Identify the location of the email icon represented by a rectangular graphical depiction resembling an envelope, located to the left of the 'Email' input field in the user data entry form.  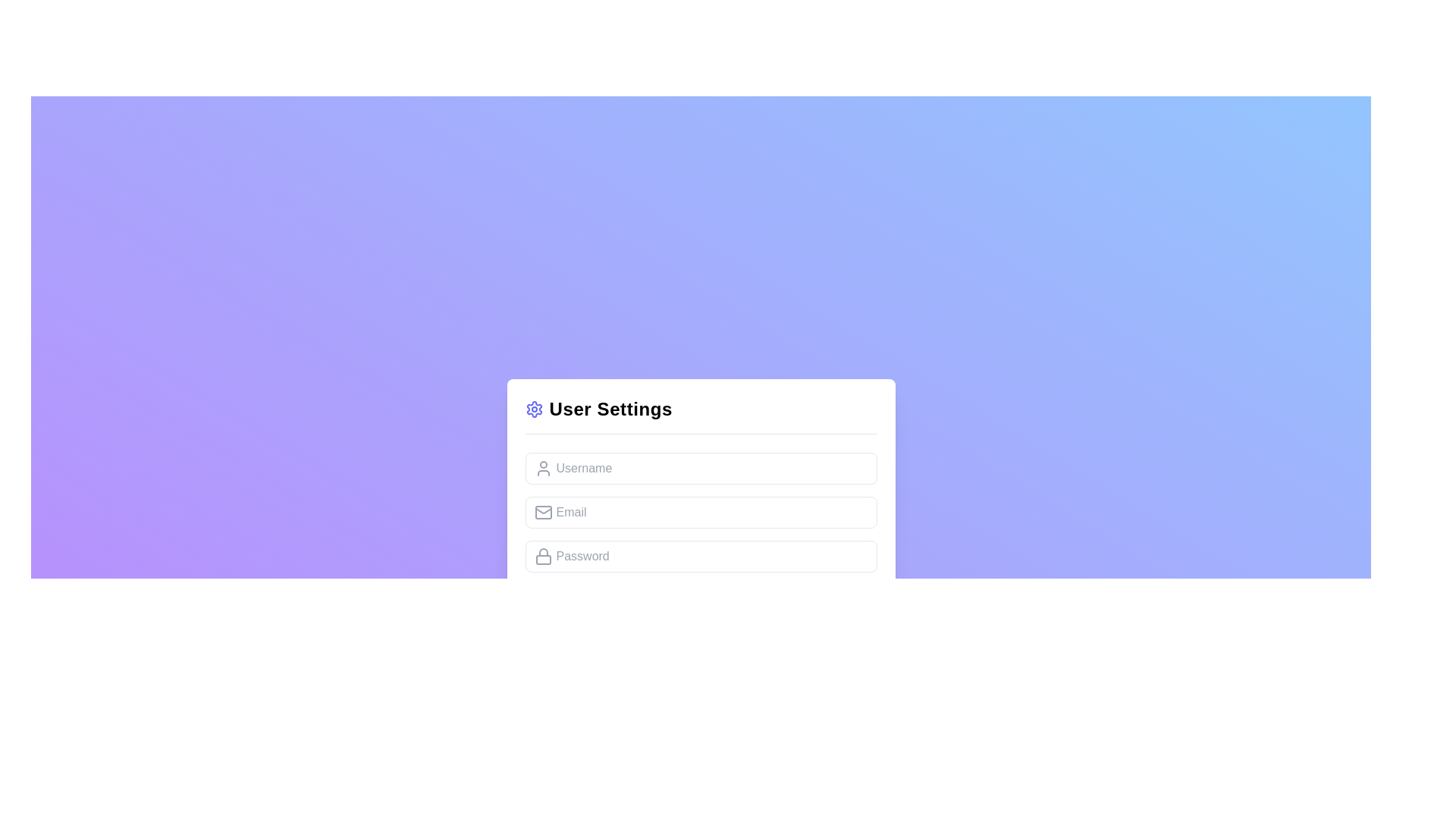
(543, 512).